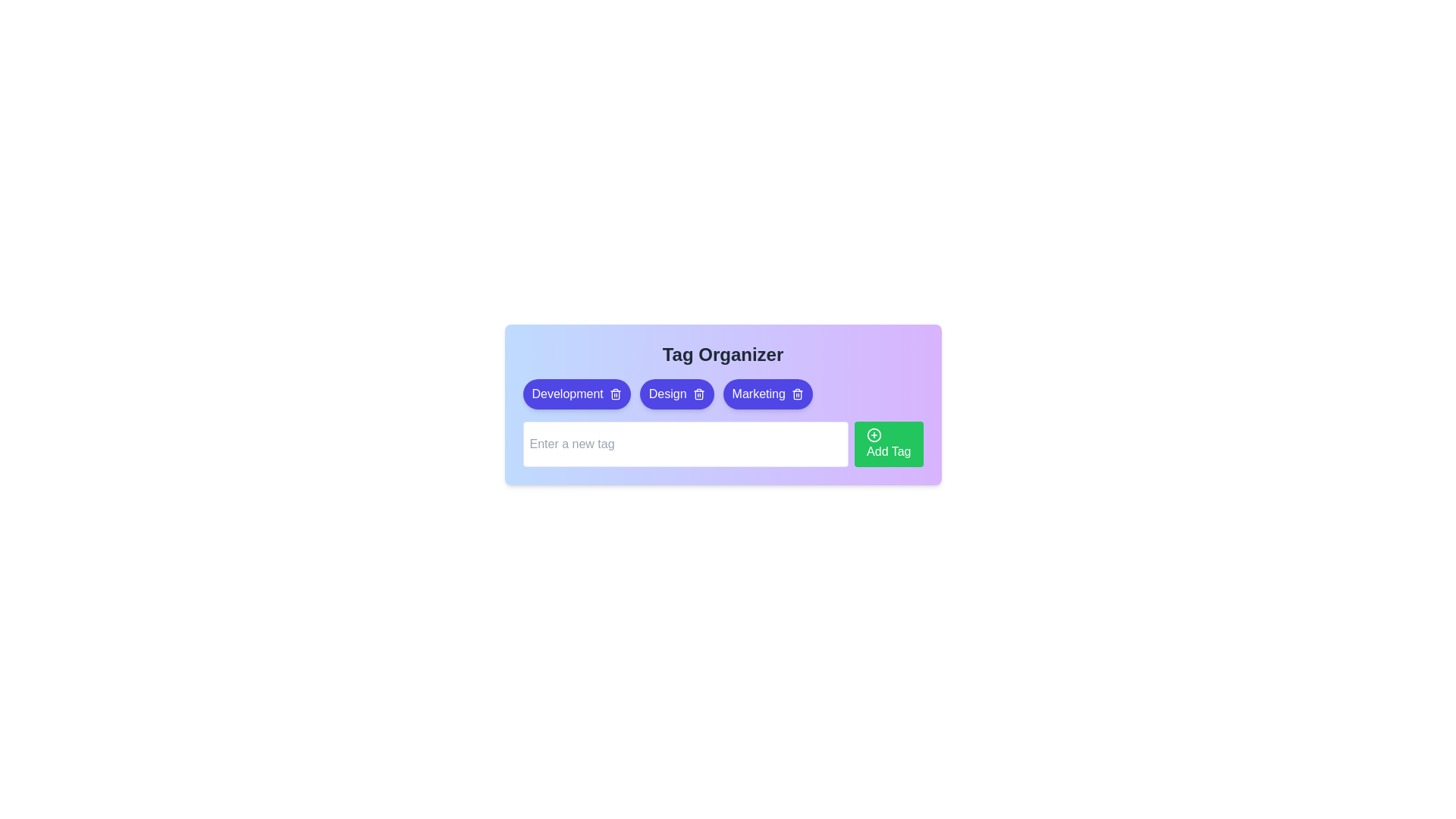 The image size is (1456, 819). I want to click on the white trash can icon with a blue circular background, positioned to the right of the 'Design' text tag, to possibly display a tooltip, so click(698, 394).